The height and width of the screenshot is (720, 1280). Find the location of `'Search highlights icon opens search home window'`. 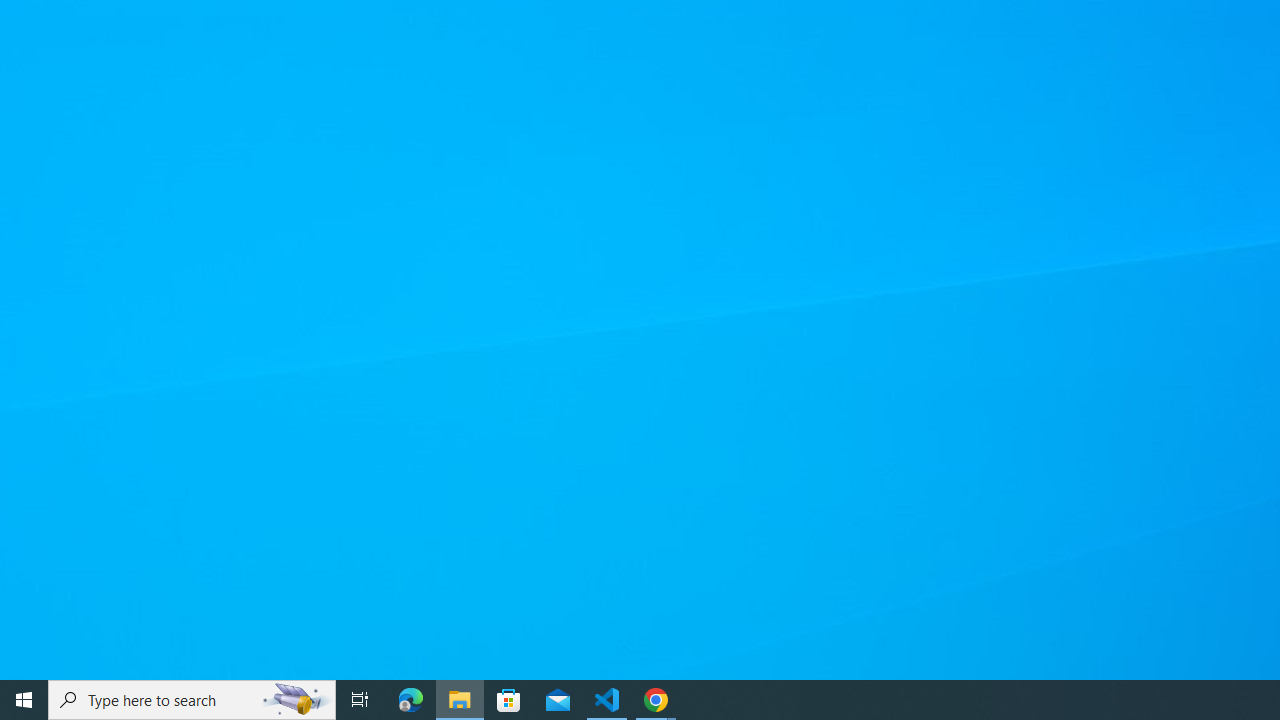

'Search highlights icon opens search home window' is located at coordinates (294, 698).